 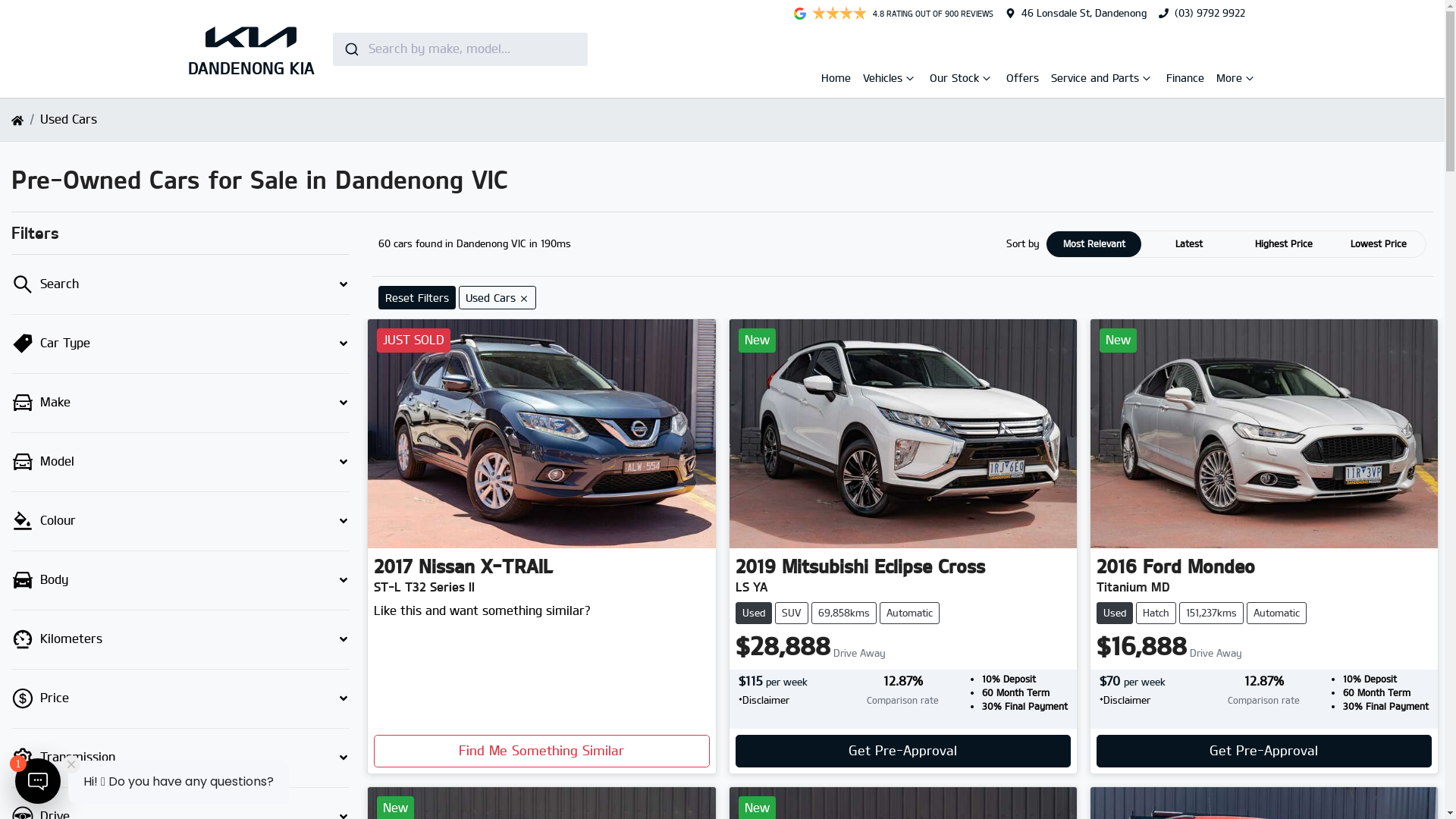 I want to click on 'Transmission', so click(x=180, y=758).